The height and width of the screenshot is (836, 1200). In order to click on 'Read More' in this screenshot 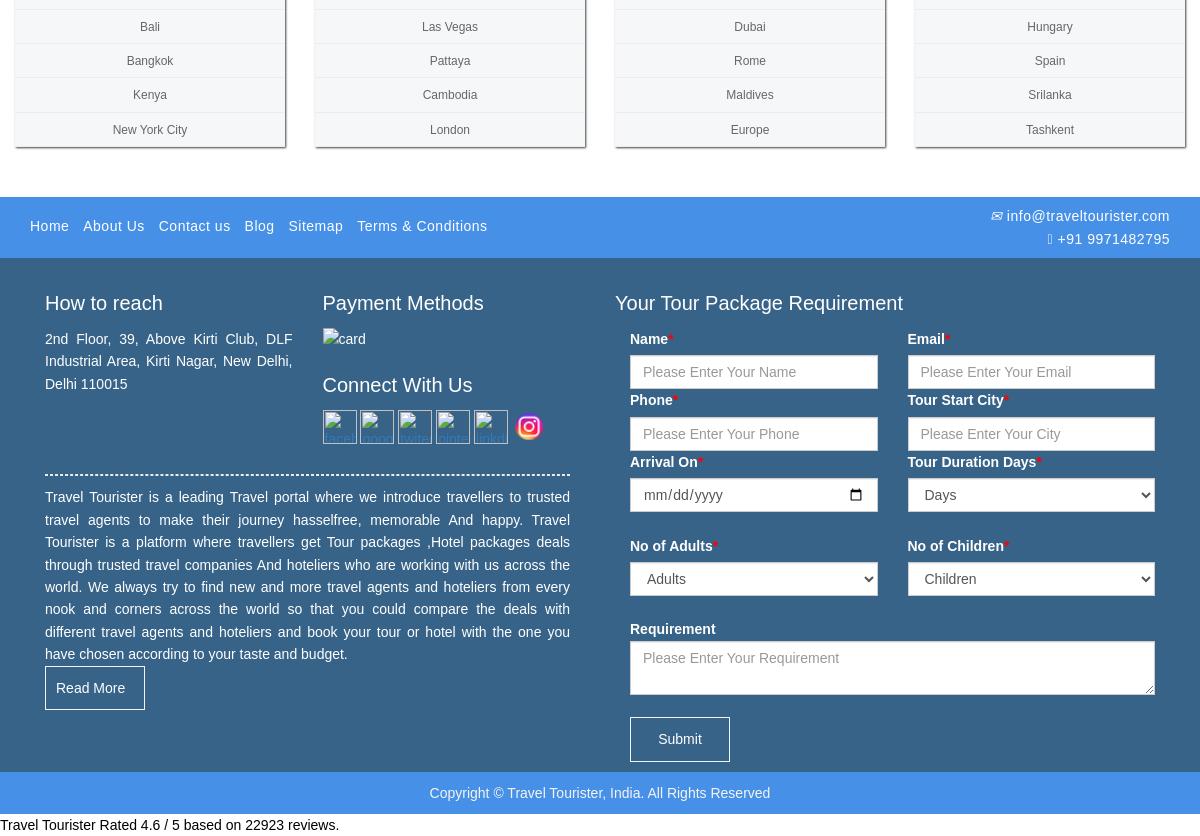, I will do `click(90, 687)`.